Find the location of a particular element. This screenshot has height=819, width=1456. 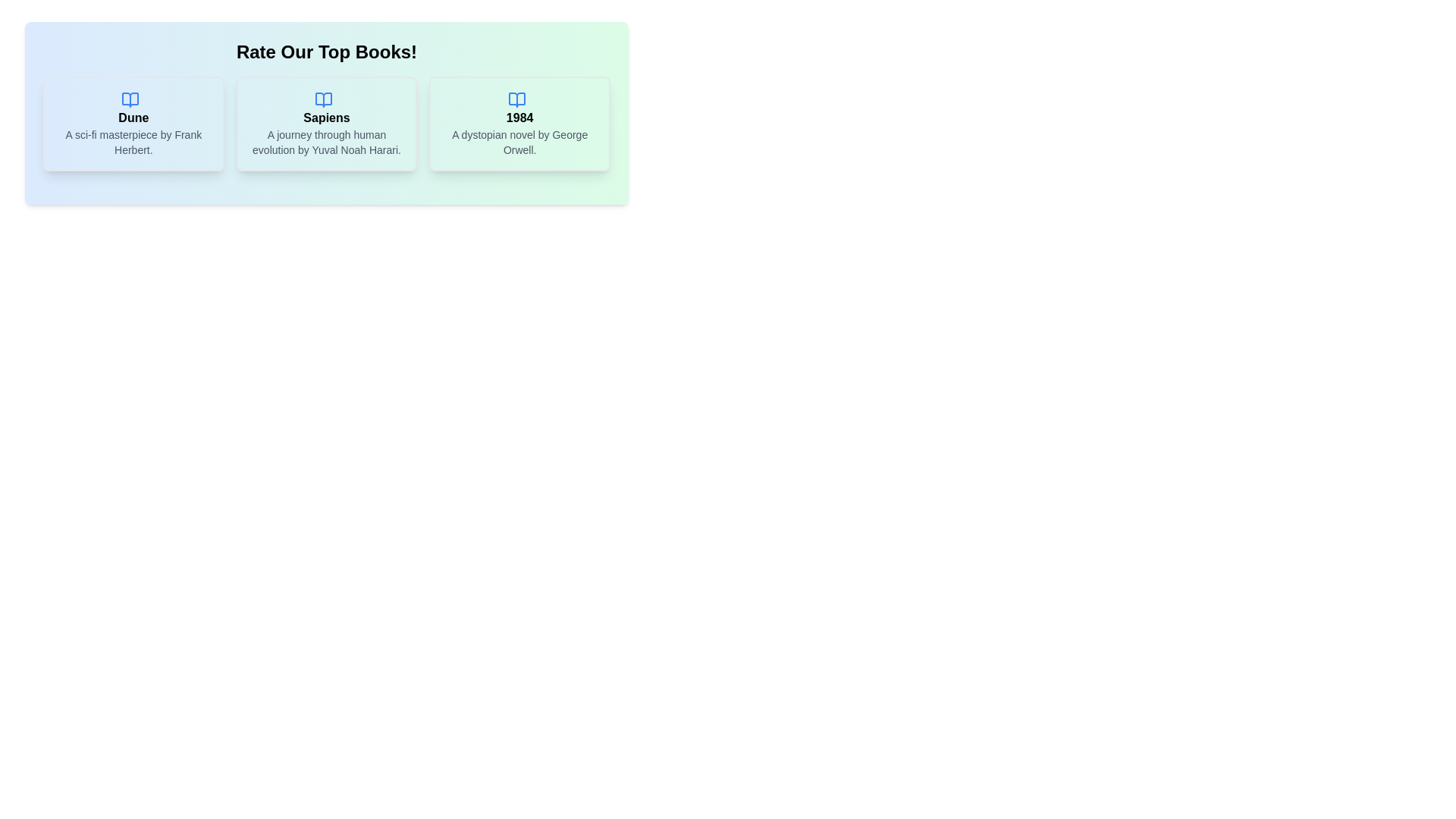

the text label reading 'A sci-fi masterpiece by Frank Herbert.' which is located beneath the title 'Dune' in the leftmost card of the 'Rate Our Top Books!' panel is located at coordinates (133, 142).